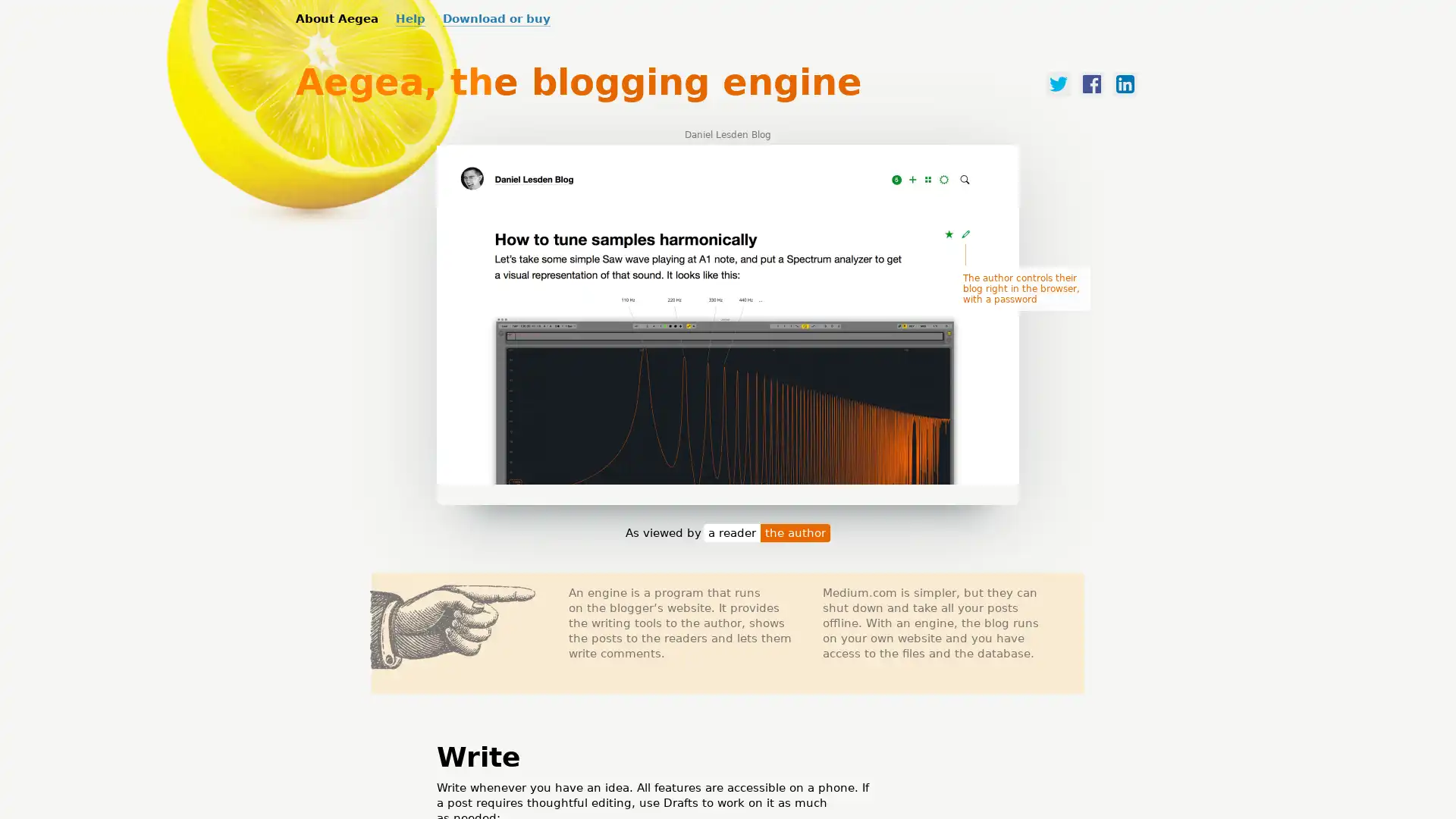 The height and width of the screenshot is (819, 1456). Describe the element at coordinates (795, 543) in the screenshot. I see `the author` at that location.